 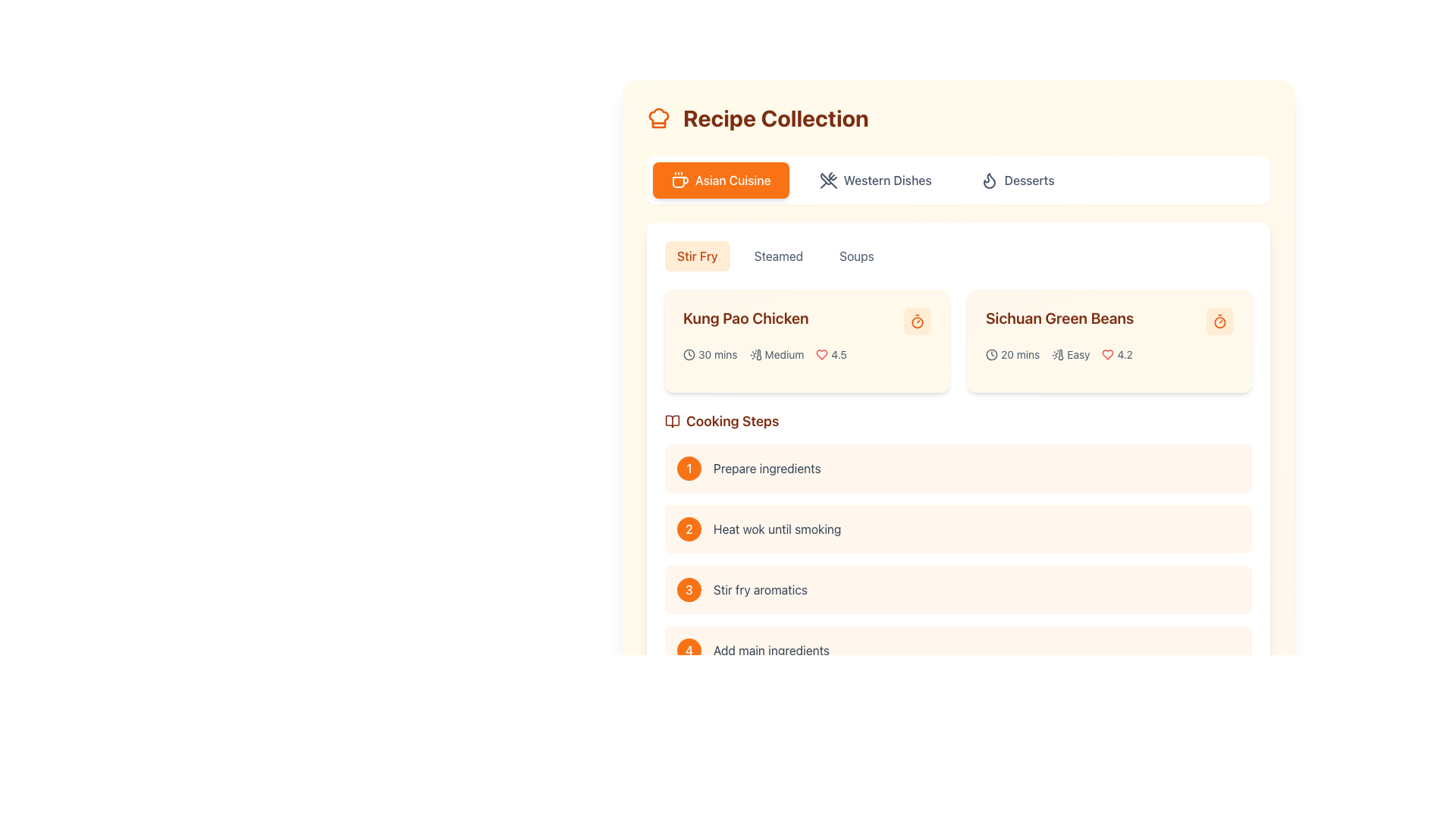 What do you see at coordinates (1108, 354) in the screenshot?
I see `the first icon in the rating display section of the 'Sichuan Green Beans' card, which visually indicates the user's affinity or rating` at bounding box center [1108, 354].